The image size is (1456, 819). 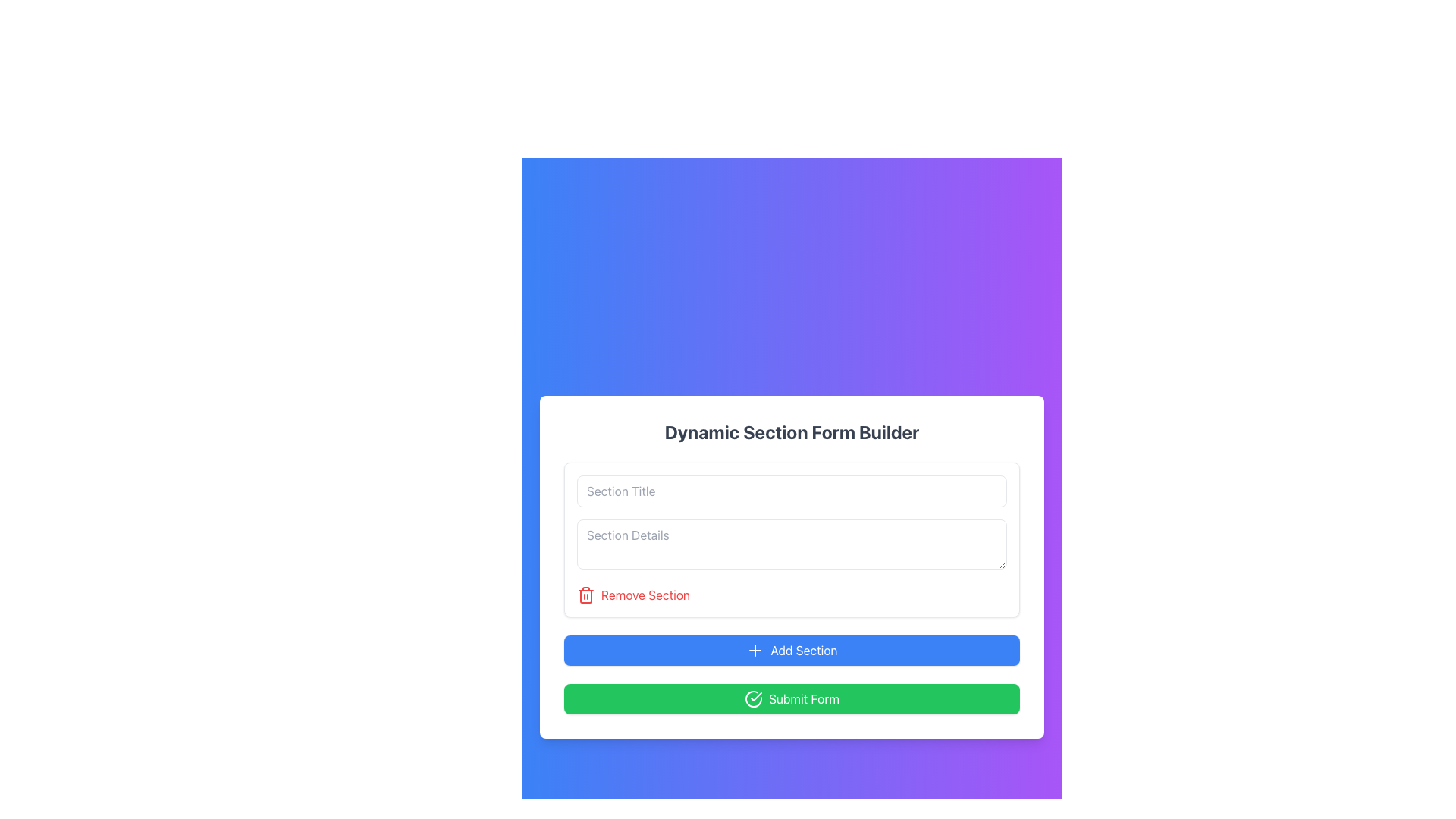 I want to click on the 'Submit Form' button which contains a circular SVG icon with a checkmark indicating success, located next to the text label 'Submit Form', so click(x=753, y=698).